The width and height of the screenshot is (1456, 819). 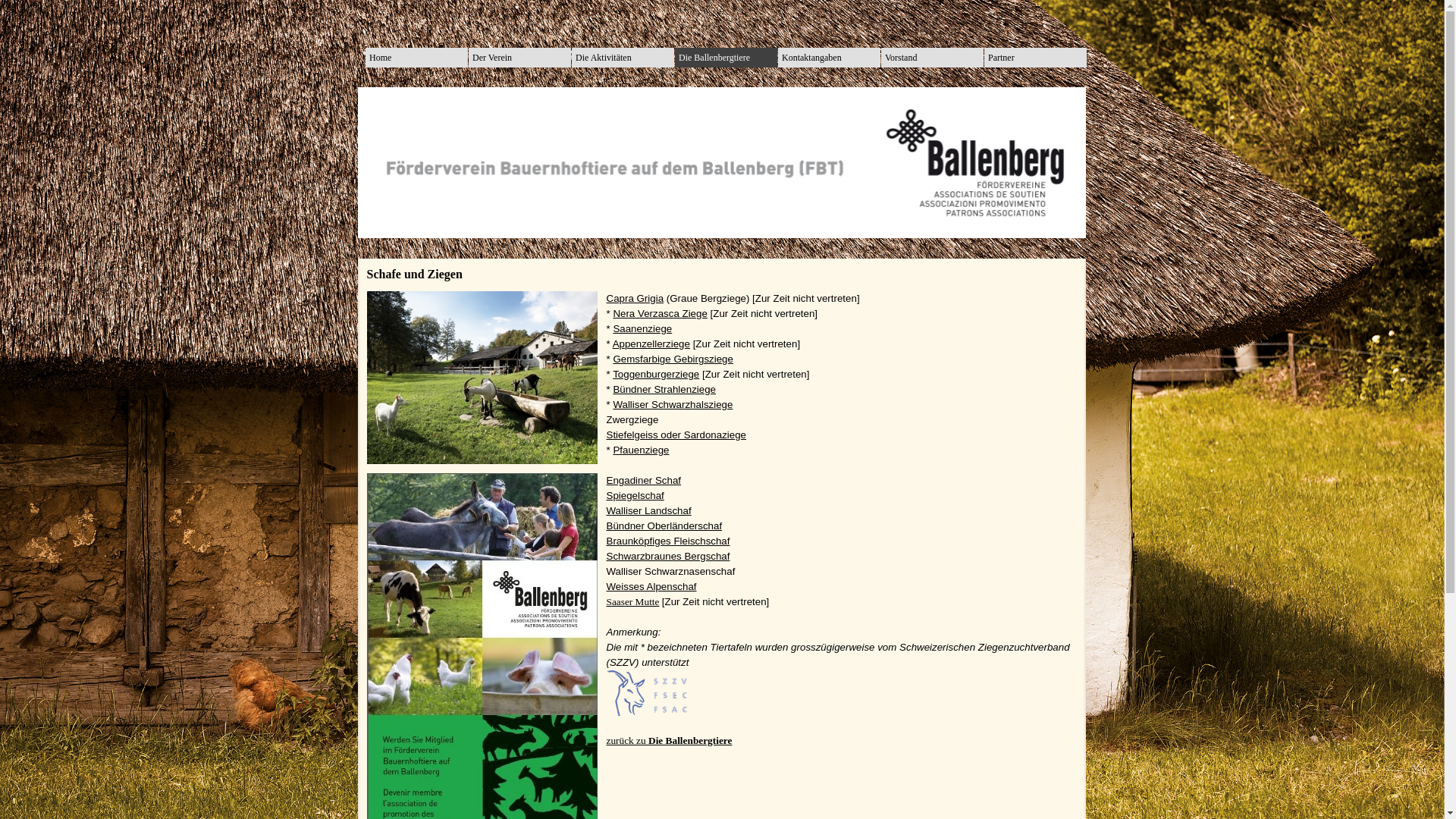 What do you see at coordinates (633, 601) in the screenshot?
I see `'Saaser Mutte'` at bounding box center [633, 601].